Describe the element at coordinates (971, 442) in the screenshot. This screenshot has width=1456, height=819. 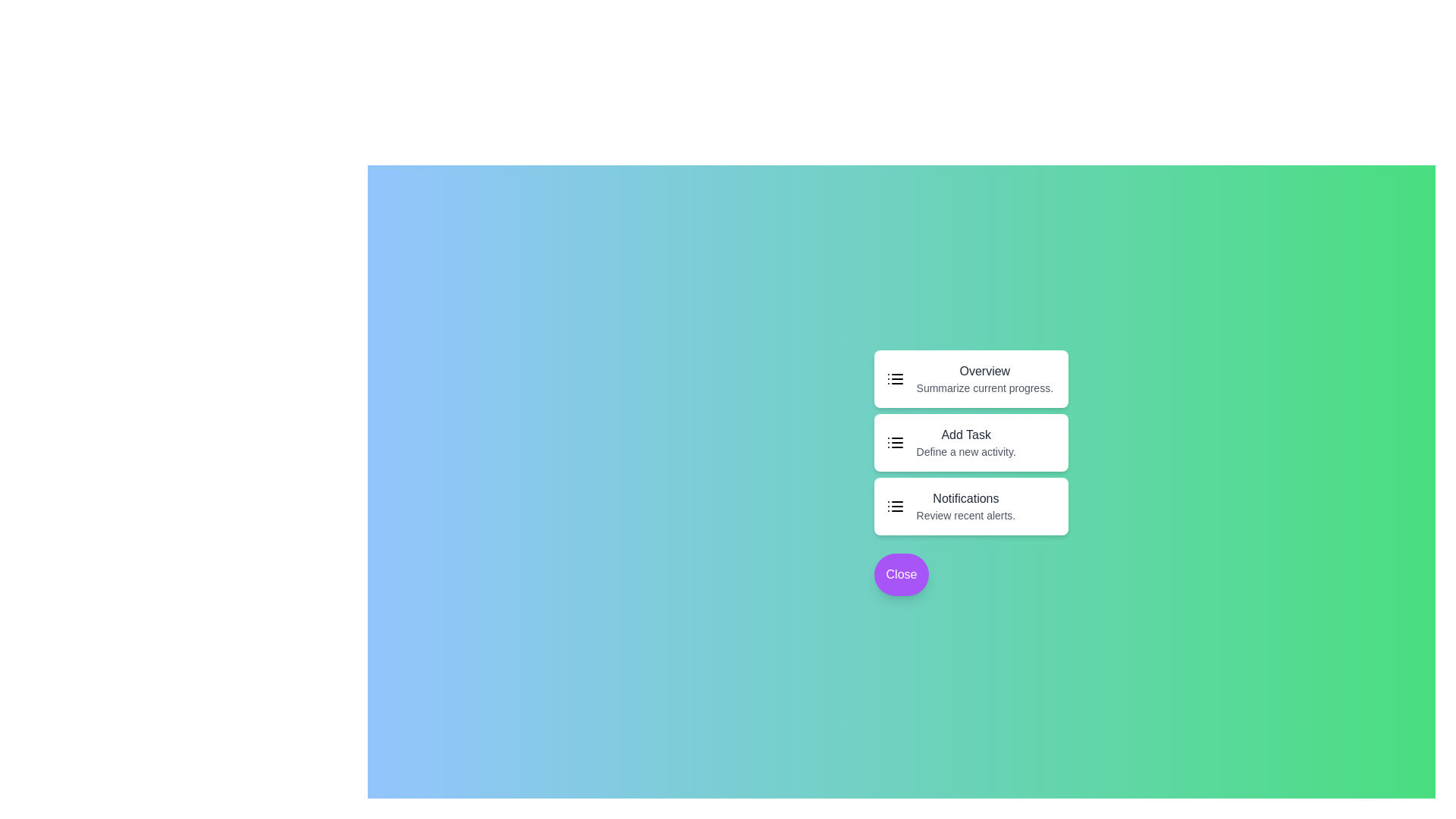
I see `the task item corresponding to Add Task` at that location.